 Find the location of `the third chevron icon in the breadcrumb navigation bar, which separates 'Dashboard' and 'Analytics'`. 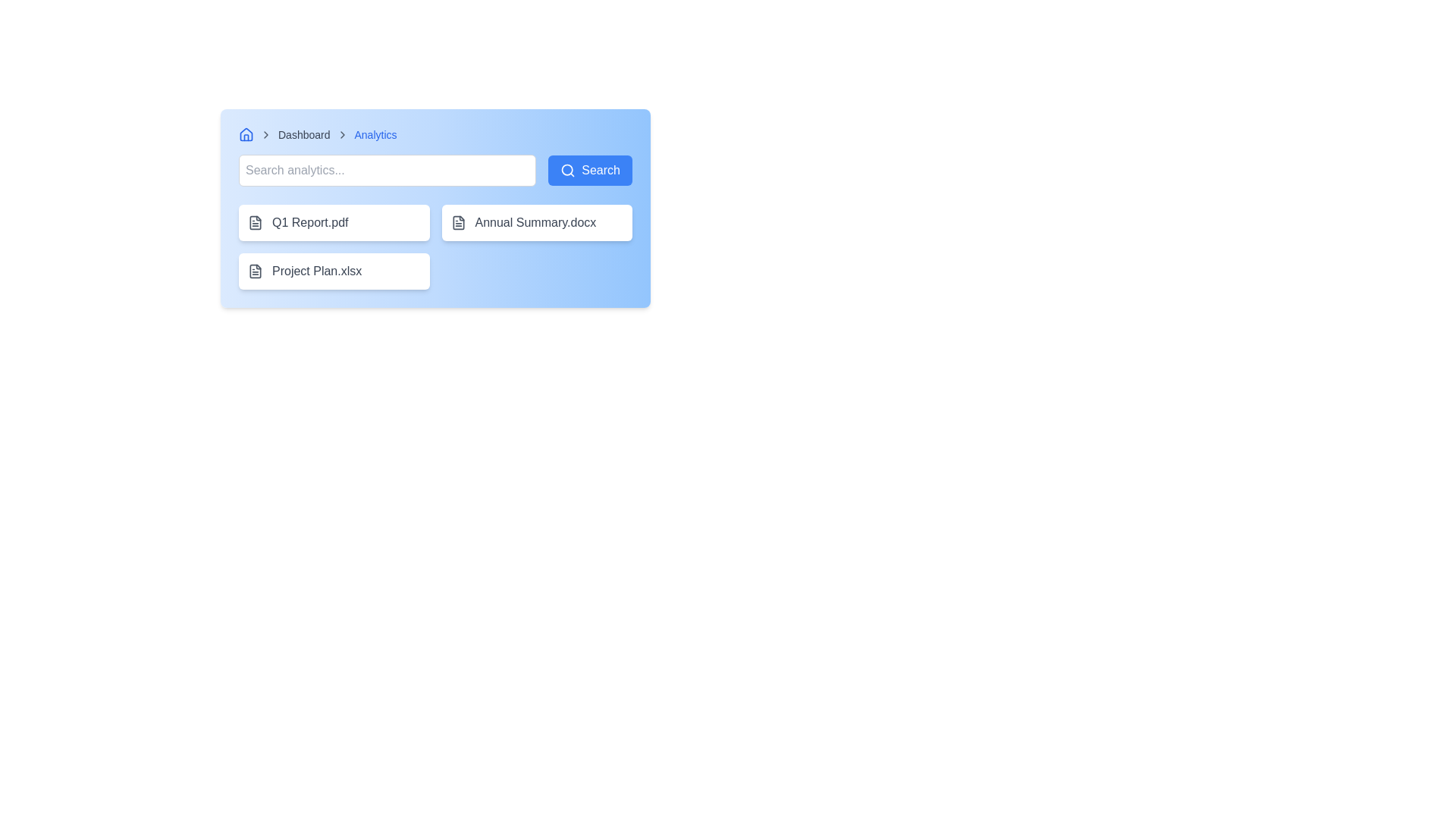

the third chevron icon in the breadcrumb navigation bar, which separates 'Dashboard' and 'Analytics' is located at coordinates (341, 133).